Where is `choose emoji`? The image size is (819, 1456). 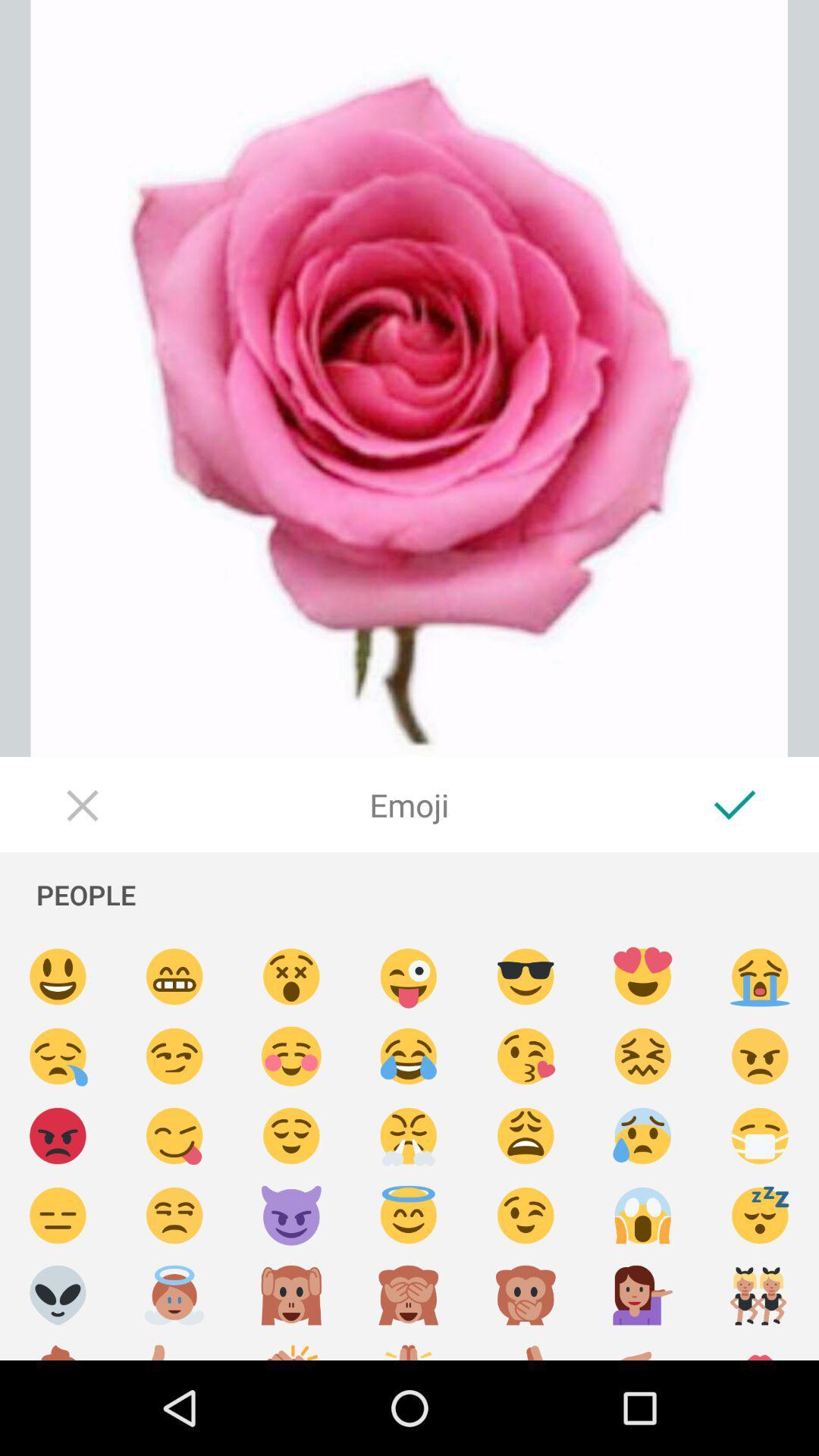
choose emoji is located at coordinates (291, 977).